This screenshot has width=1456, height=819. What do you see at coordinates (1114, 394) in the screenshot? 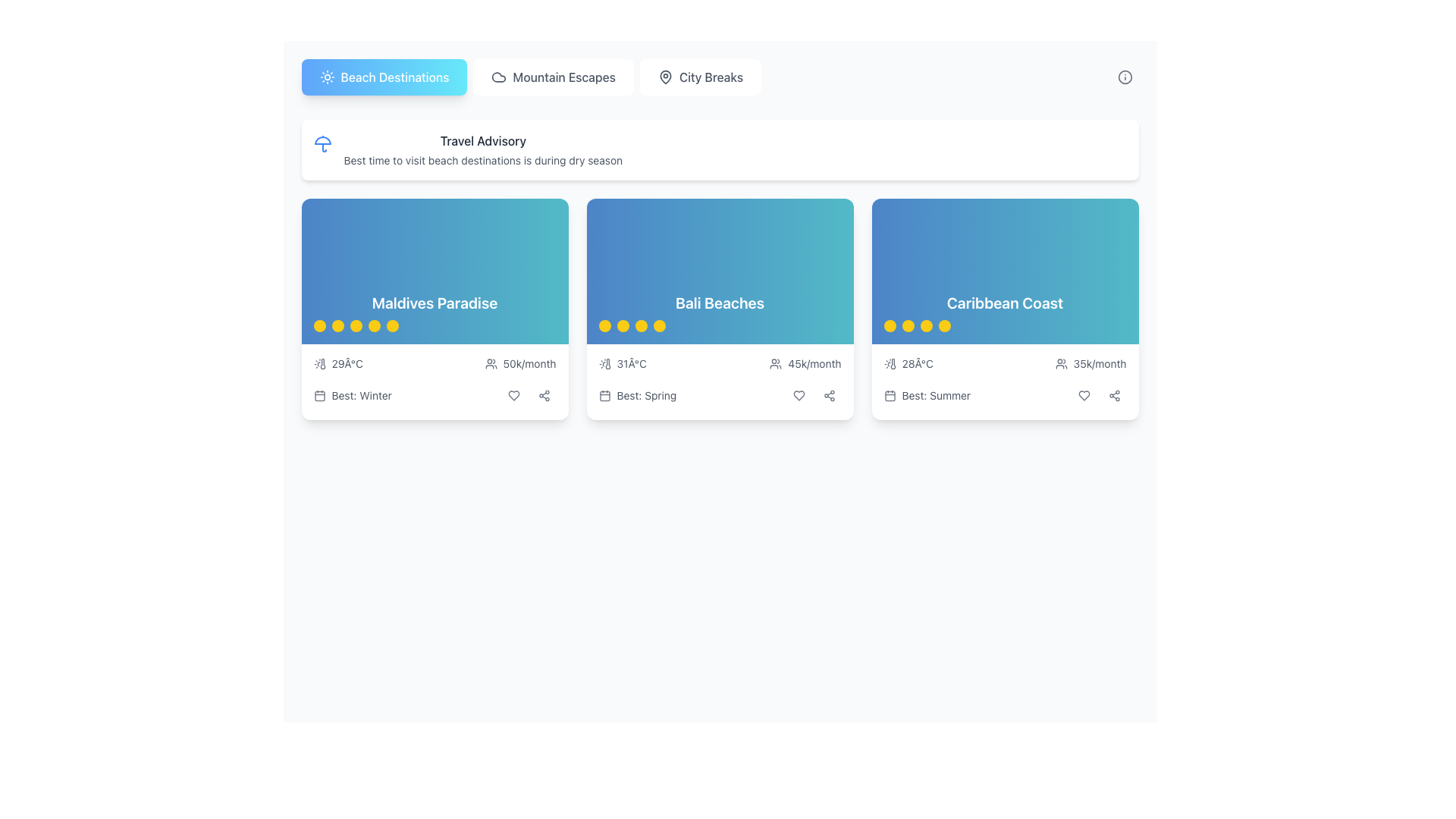
I see `the share icon button located at the bottom-right corner of the 'Caribbean Coast' card` at bounding box center [1114, 394].